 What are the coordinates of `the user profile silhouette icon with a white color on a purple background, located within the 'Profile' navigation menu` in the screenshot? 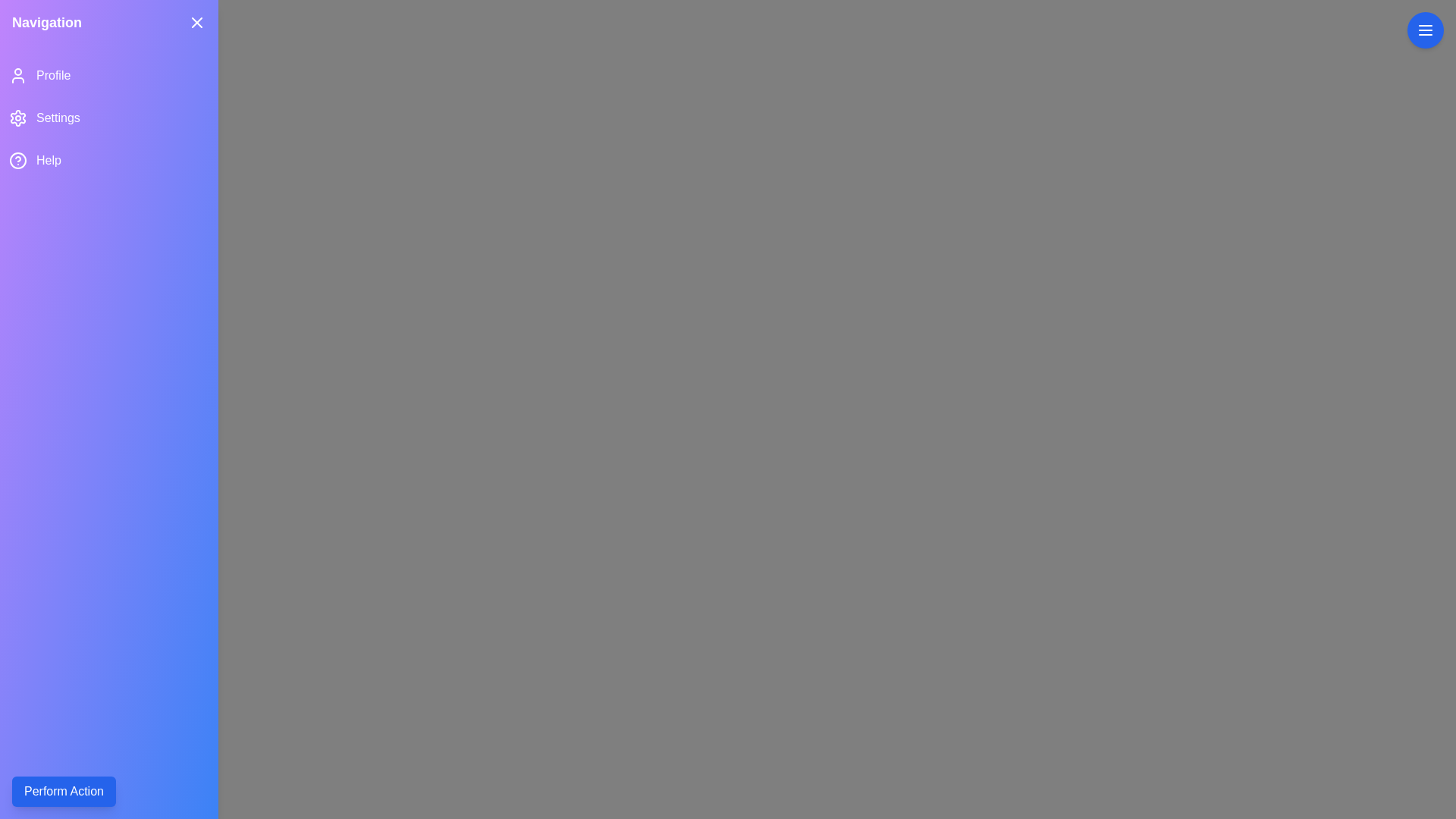 It's located at (18, 76).